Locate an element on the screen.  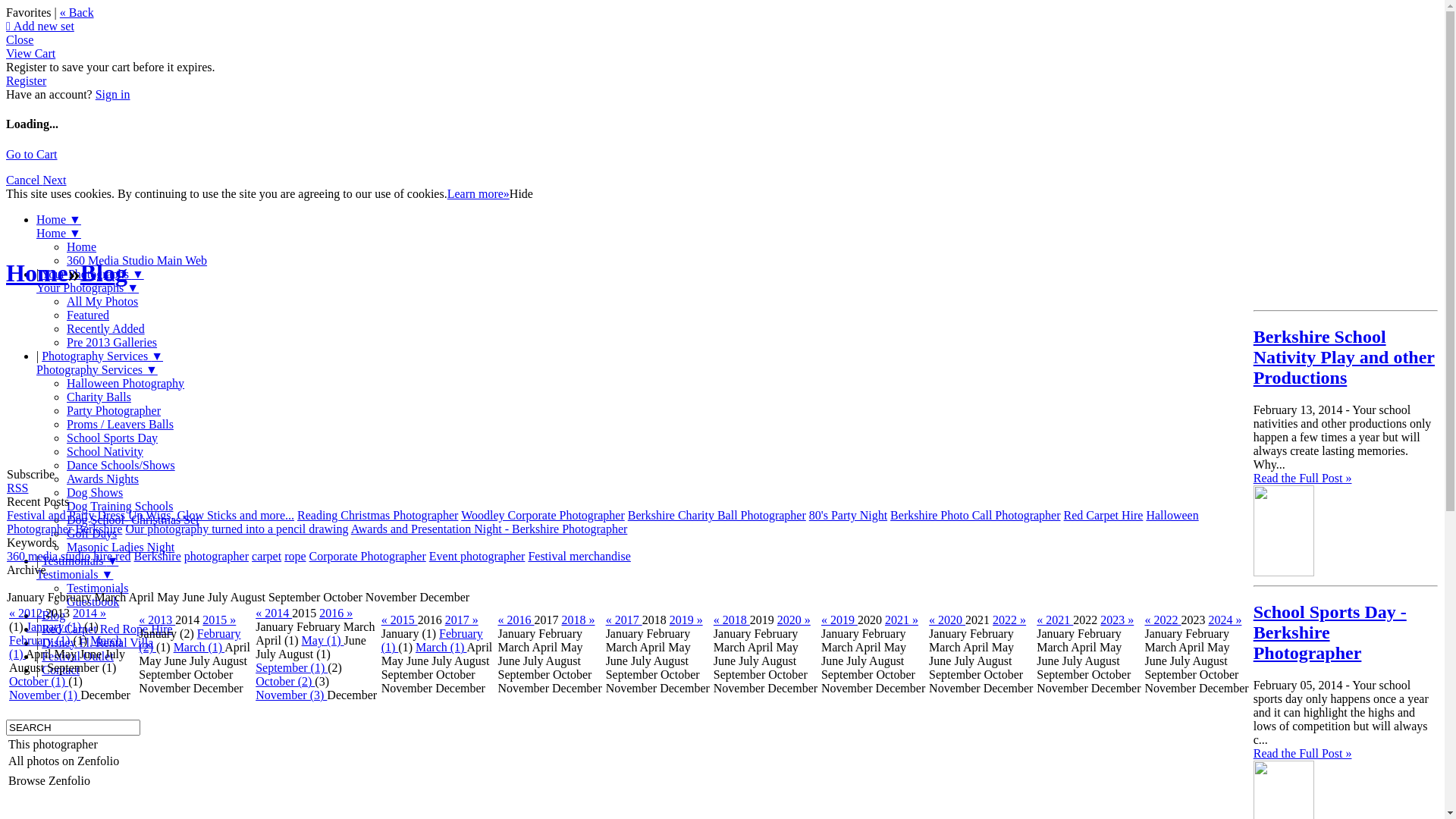
'September (1)' is located at coordinates (291, 667).